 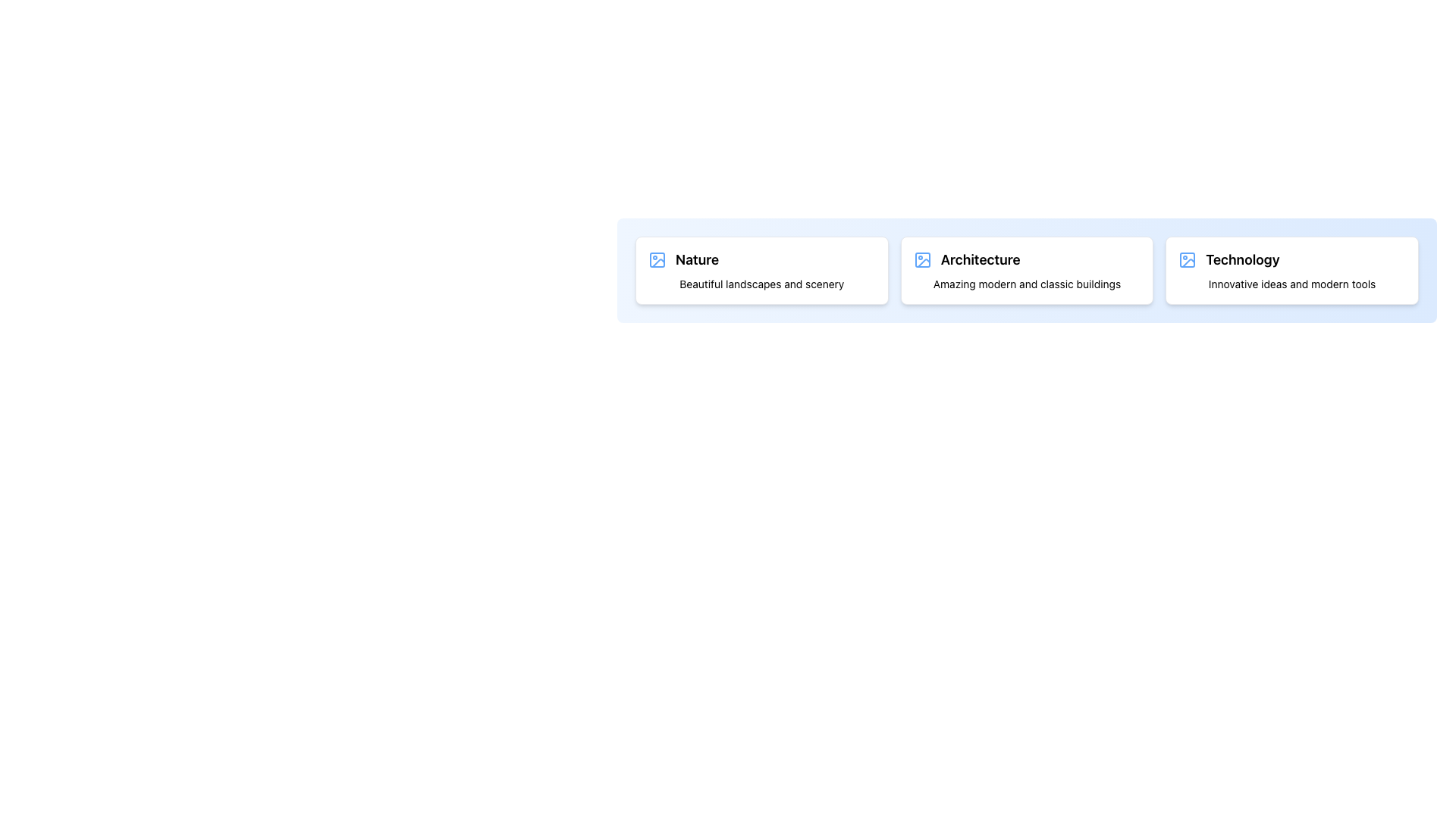 What do you see at coordinates (761, 270) in the screenshot?
I see `the 'Nature' category card, which is the leftmost card in a grid of three, indicating themes of 'Beautiful landscapes and scenery'` at bounding box center [761, 270].